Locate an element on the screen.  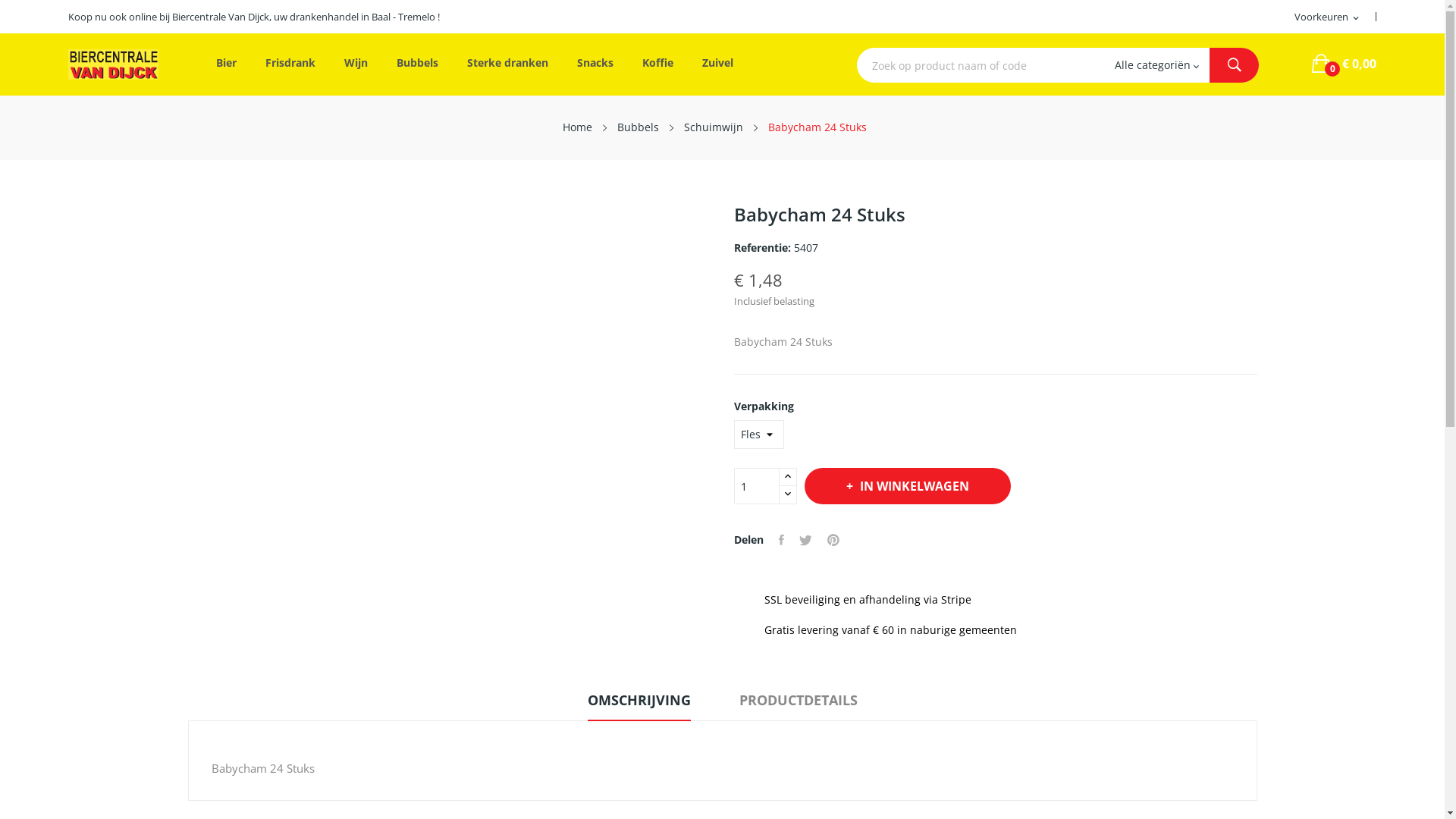
'Tweet' is located at coordinates (805, 539).